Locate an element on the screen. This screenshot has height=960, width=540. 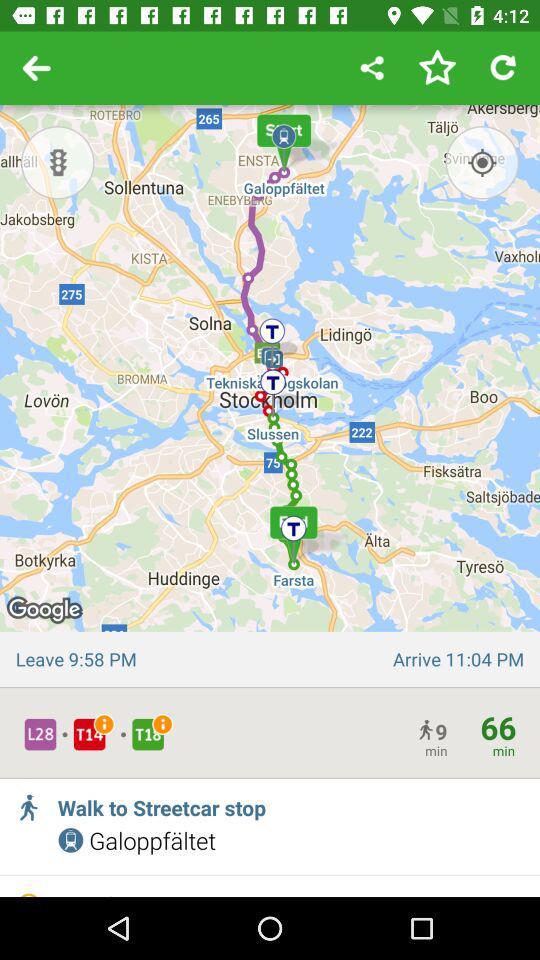
this route is located at coordinates (436, 68).